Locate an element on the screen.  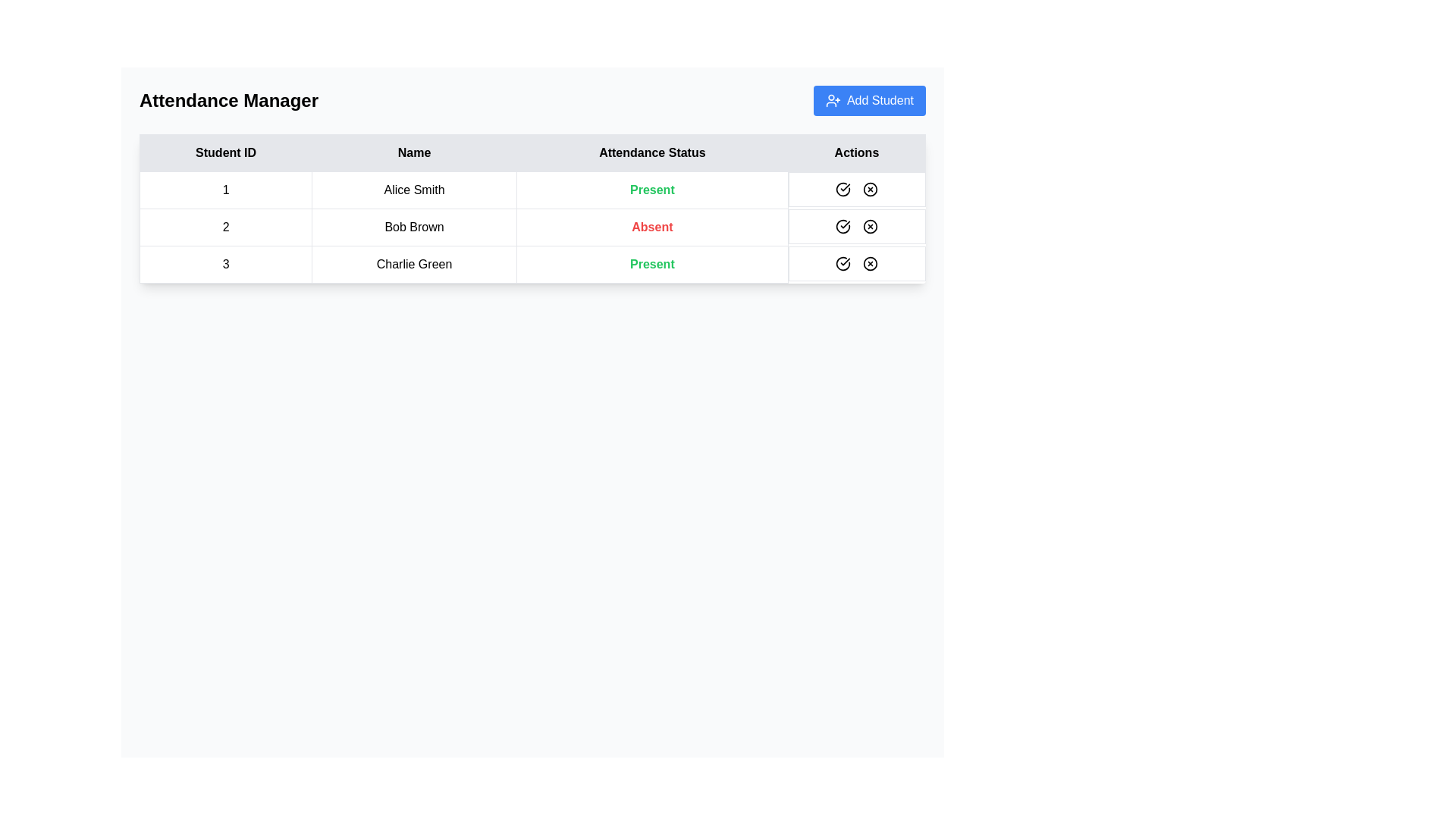
the cancel or delete icon, which is a circular outline located in the 'Actions' column of the third row in the table is located at coordinates (871, 262).